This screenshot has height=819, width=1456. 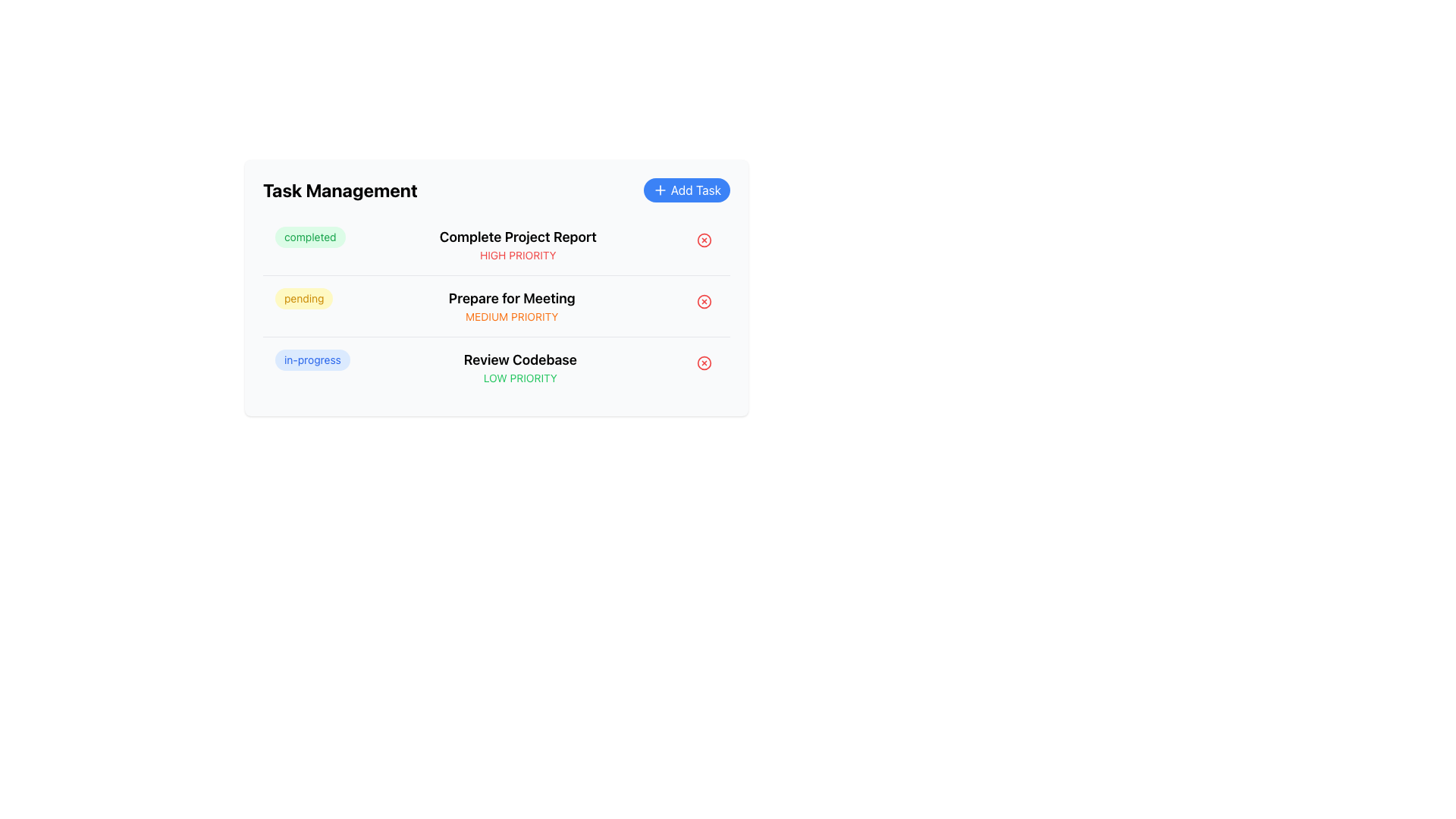 I want to click on the completion status label indicating the task's current state for 'Complete Project Report' with 'HIGH PRIORITY', so click(x=309, y=237).